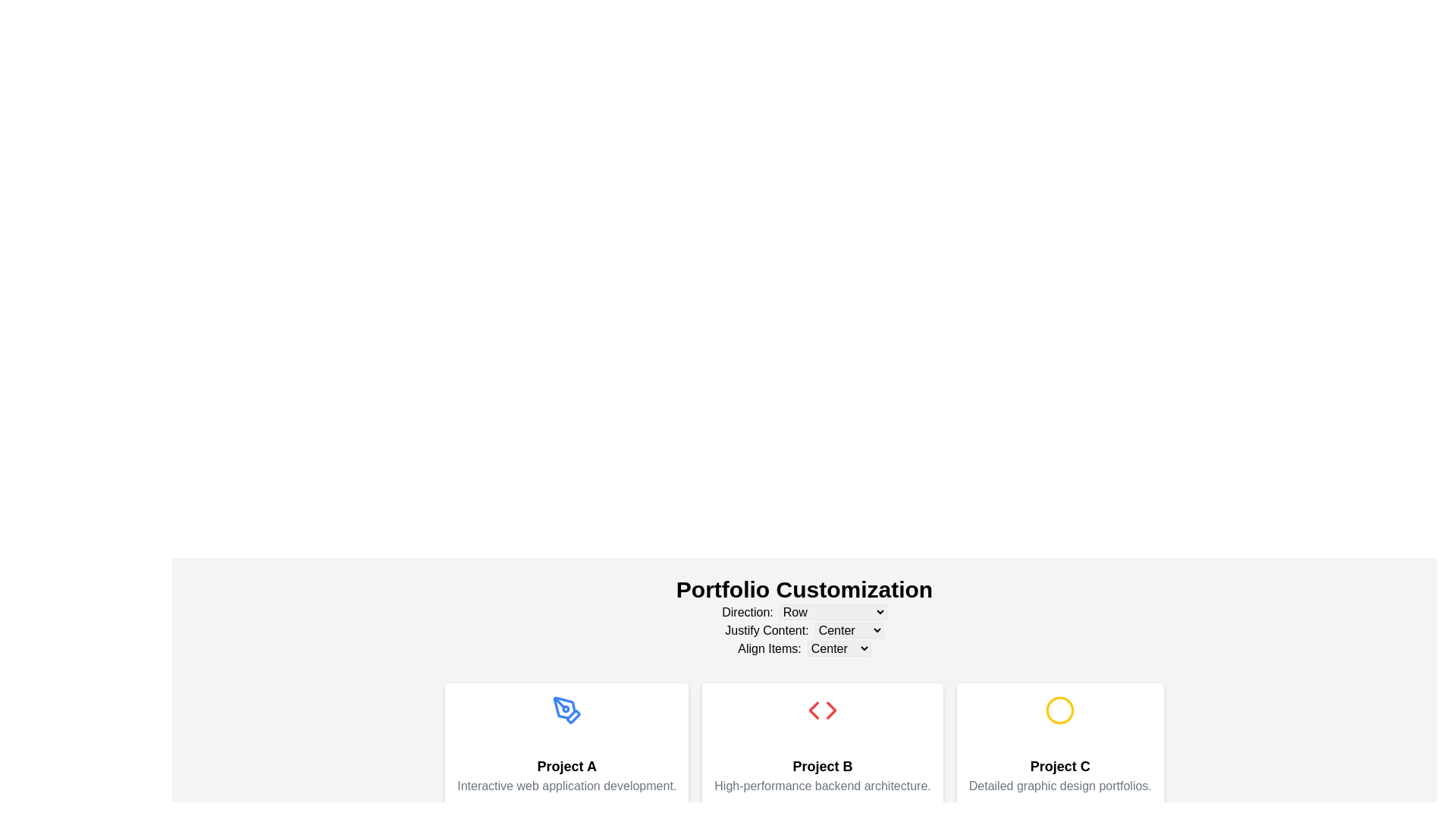  What do you see at coordinates (1059, 711) in the screenshot?
I see `the circular yellow decorative icon representing the 'Project C' section located in the last column of a three-column layout` at bounding box center [1059, 711].